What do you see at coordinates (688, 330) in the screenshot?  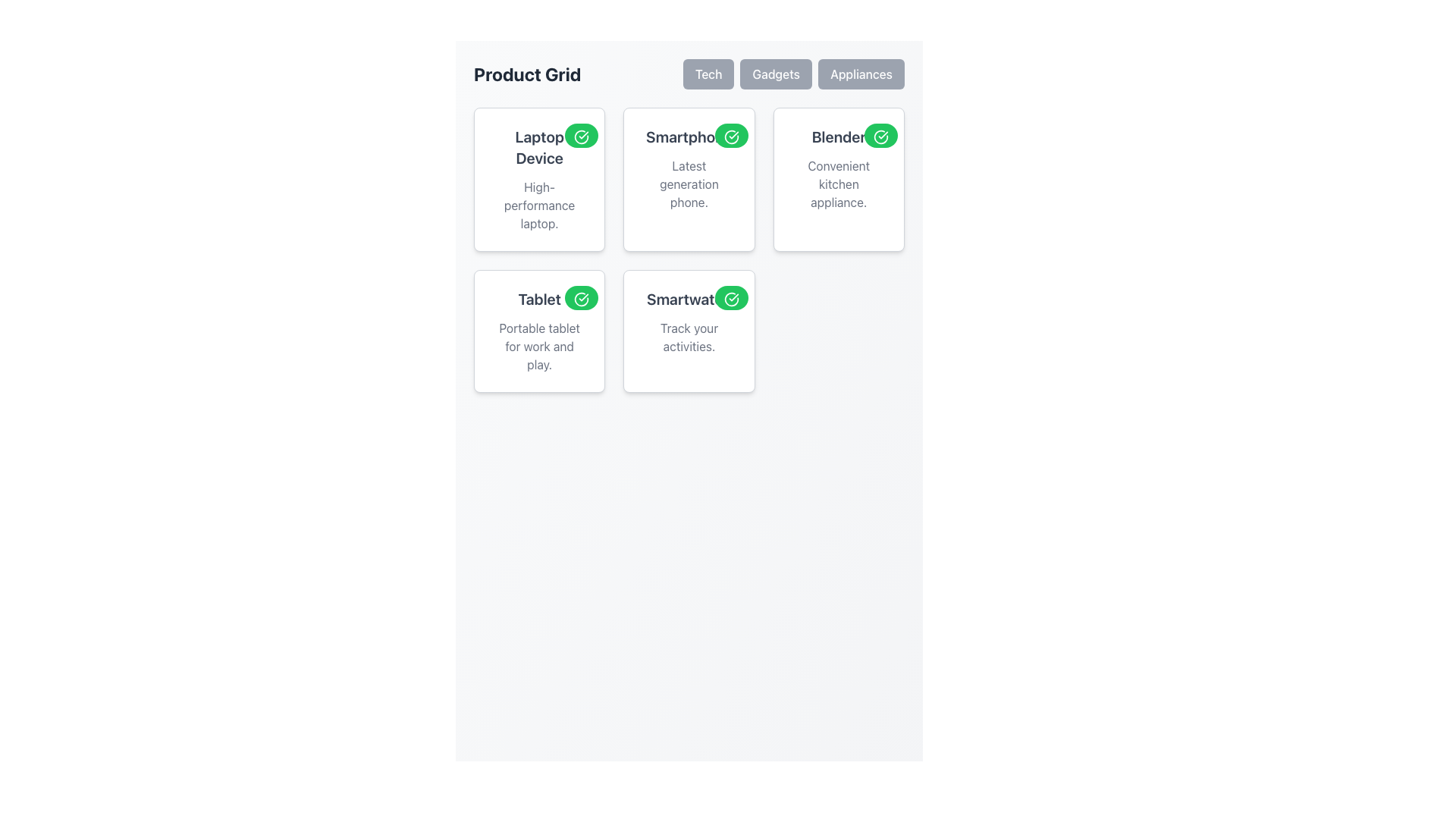 I see `the Card component with a white background, rounded corners, and the title 'Smartwatch' located in the second column of the second row of the grid layout` at bounding box center [688, 330].